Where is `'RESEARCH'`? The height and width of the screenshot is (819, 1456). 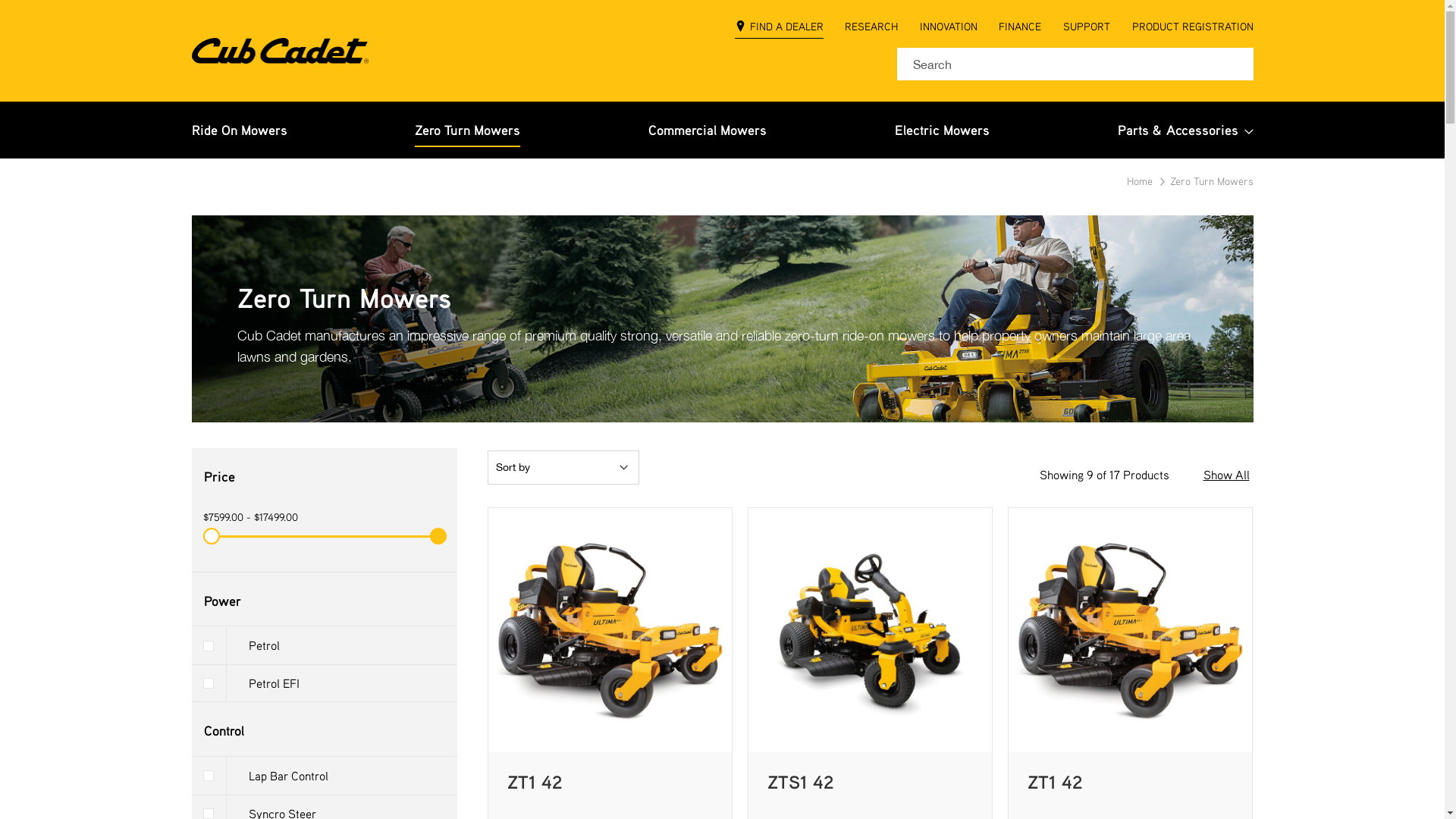 'RESEARCH' is located at coordinates (843, 28).